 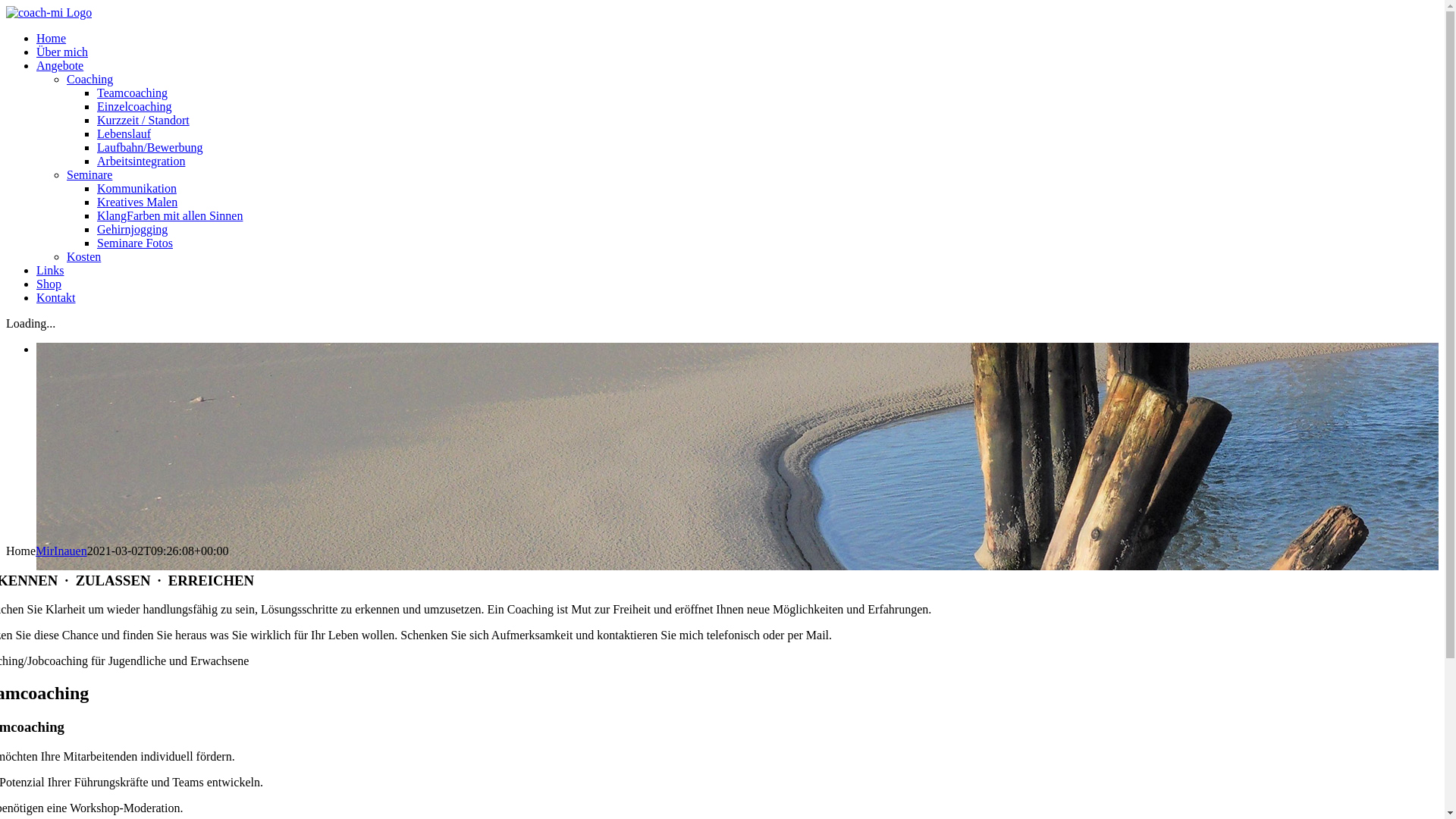 I want to click on 'Lebenslauf', so click(x=124, y=133).